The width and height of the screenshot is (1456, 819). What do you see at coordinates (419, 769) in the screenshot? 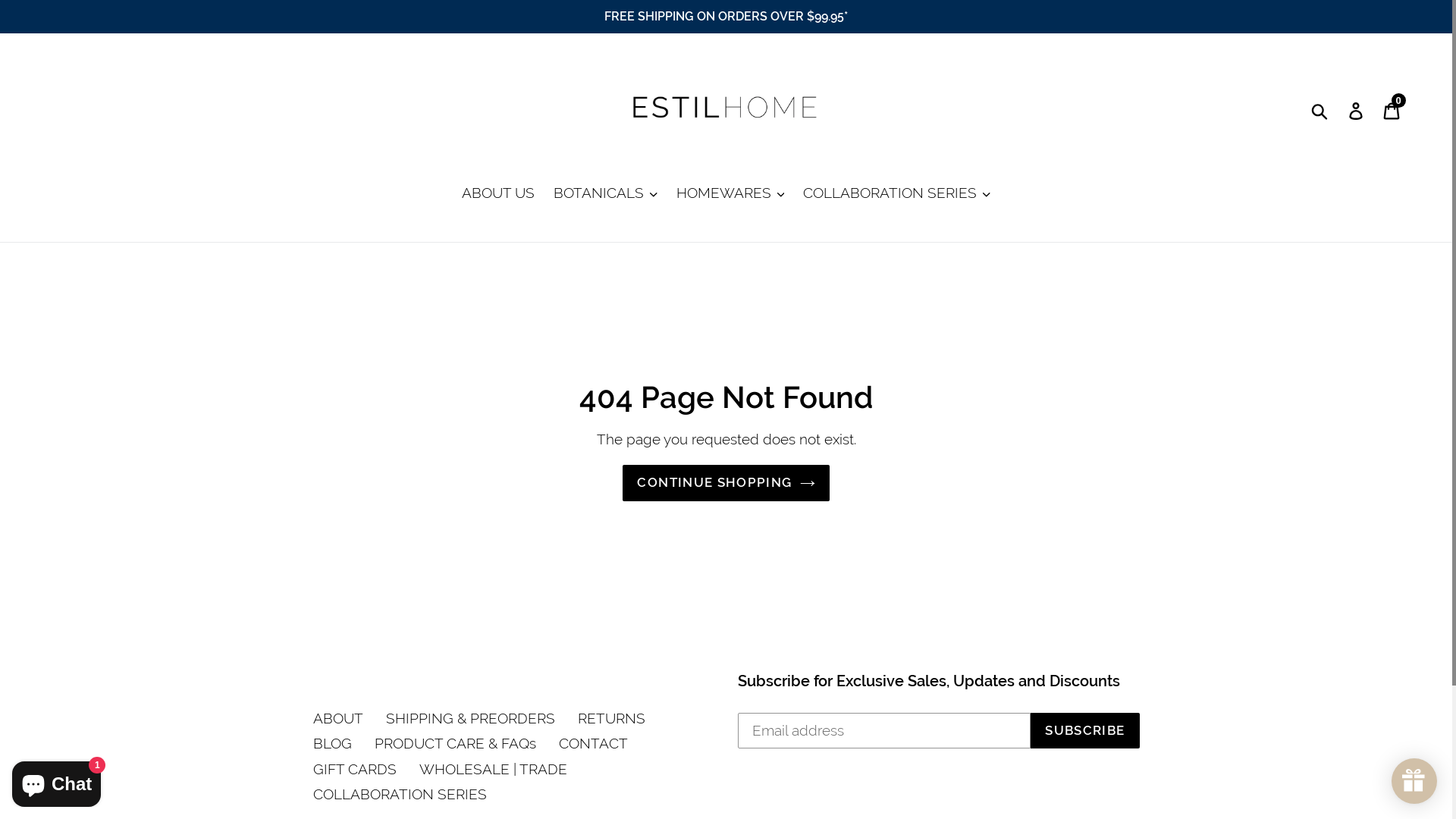
I see `'WHOLESALE | TRADE'` at bounding box center [419, 769].